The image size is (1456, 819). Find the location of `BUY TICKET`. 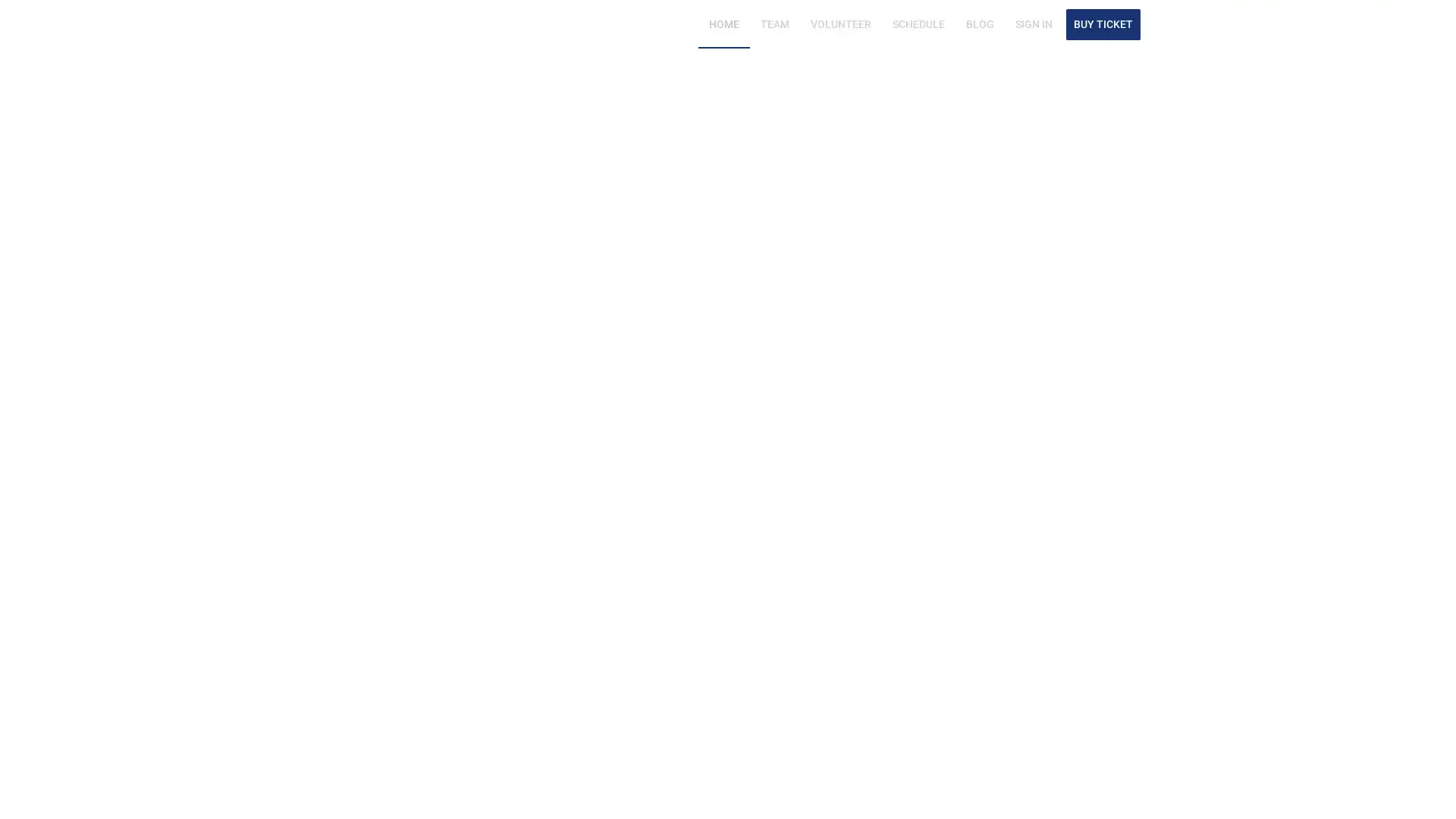

BUY TICKET is located at coordinates (1103, 24).